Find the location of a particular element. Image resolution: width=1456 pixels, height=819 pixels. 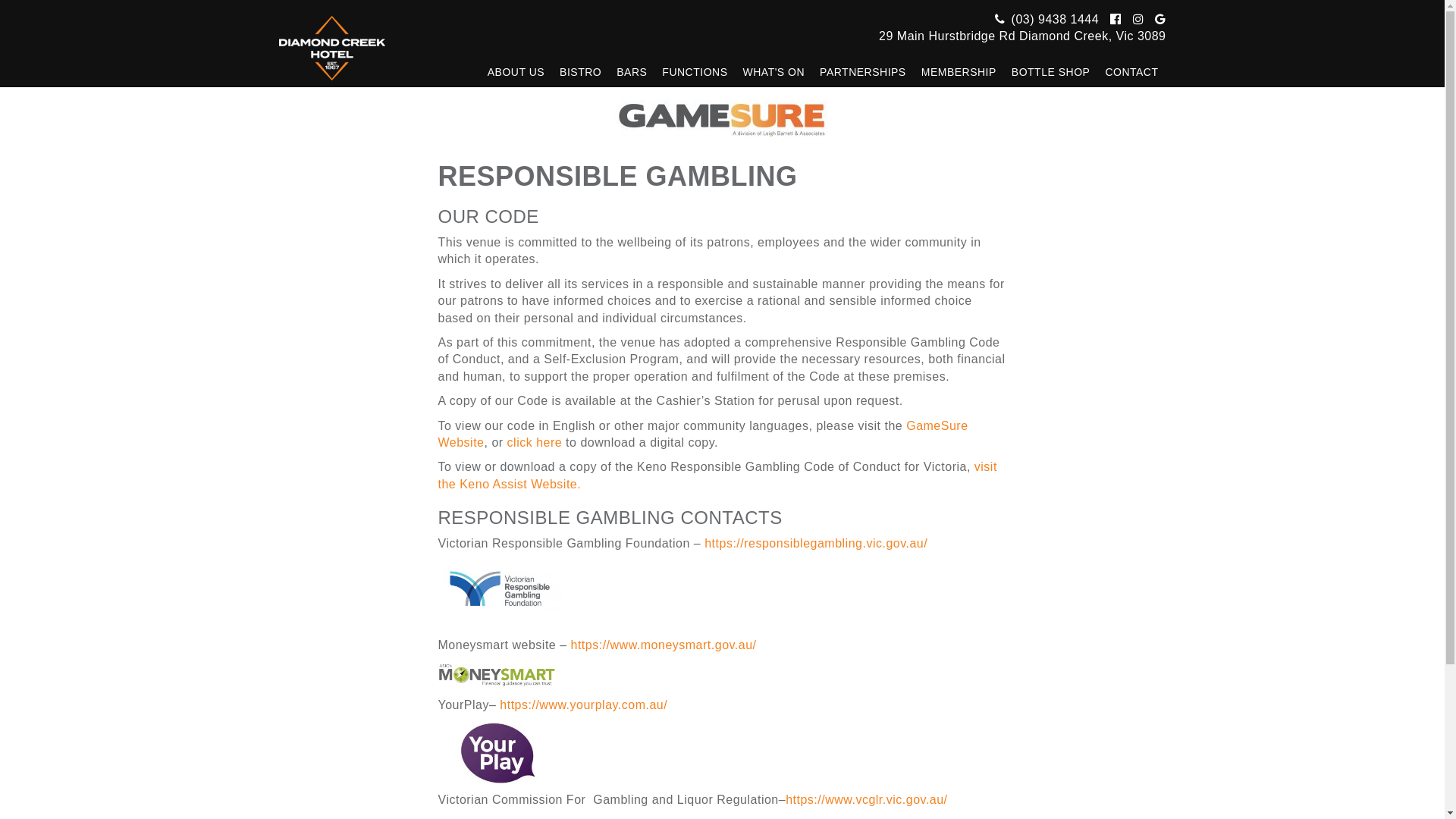

'BOTTLE SHOP' is located at coordinates (1050, 72).